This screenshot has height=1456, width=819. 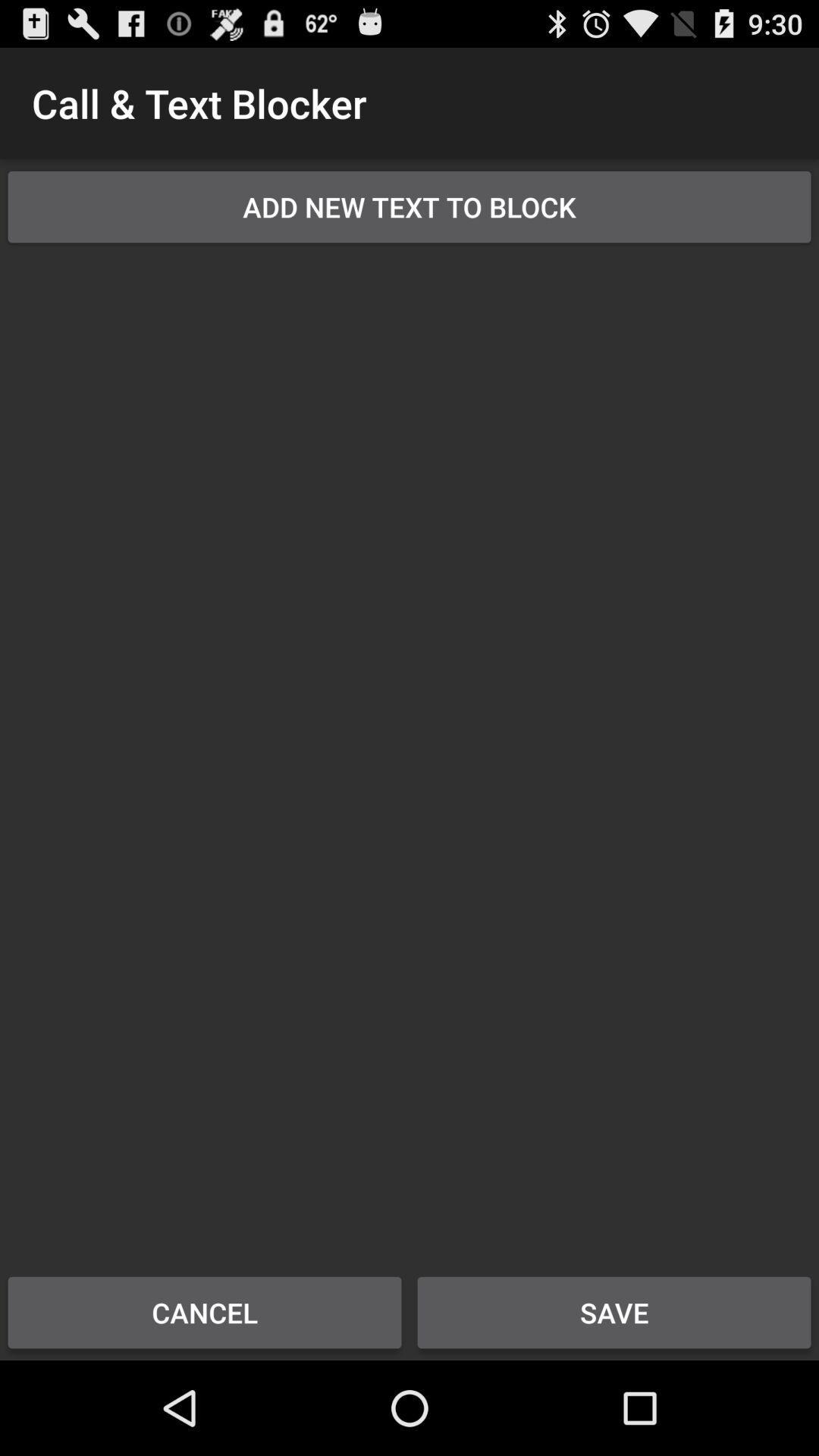 What do you see at coordinates (205, 1312) in the screenshot?
I see `cancel at the bottom left corner` at bounding box center [205, 1312].